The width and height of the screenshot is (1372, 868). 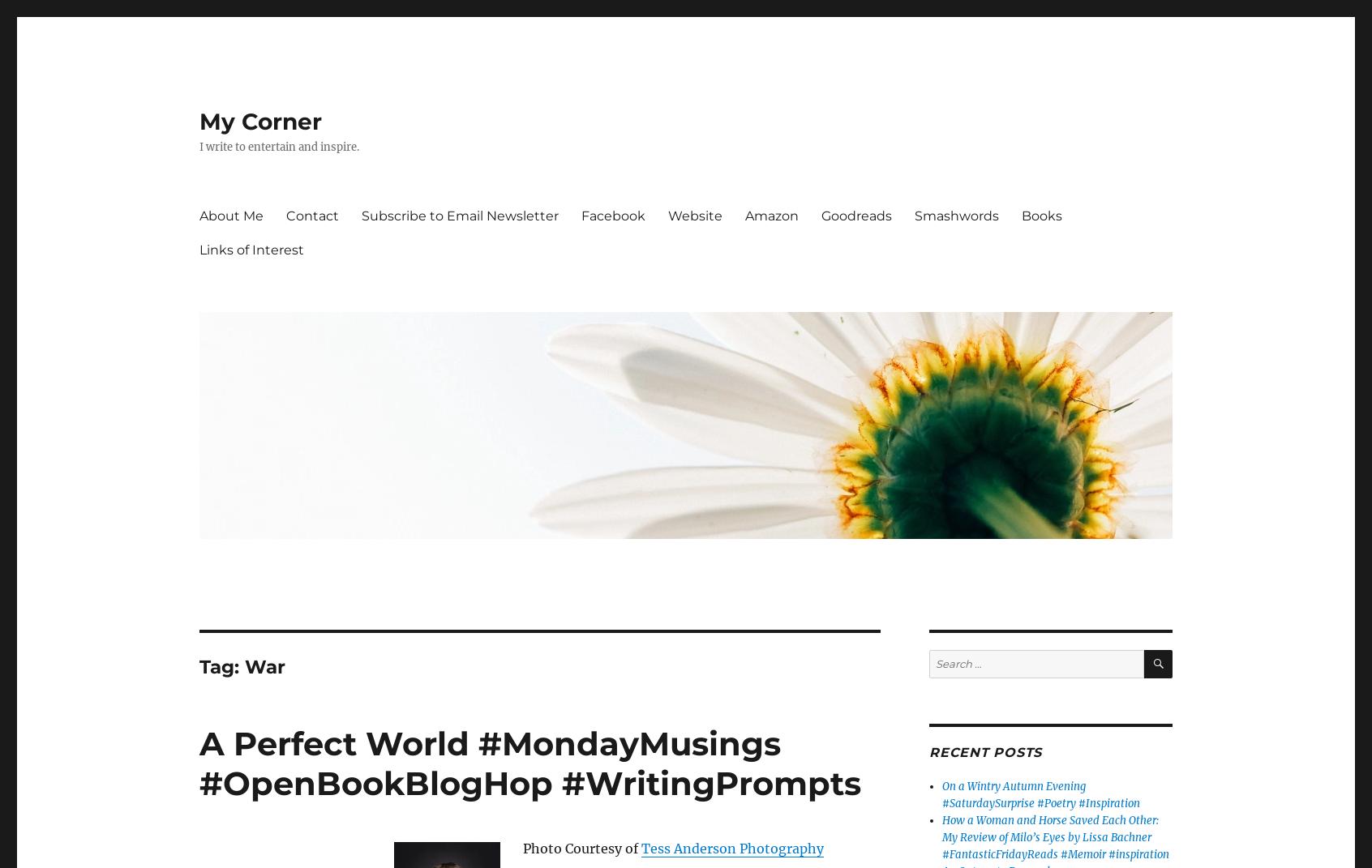 I want to click on 'Subscribe to Email Newsletter', so click(x=361, y=215).